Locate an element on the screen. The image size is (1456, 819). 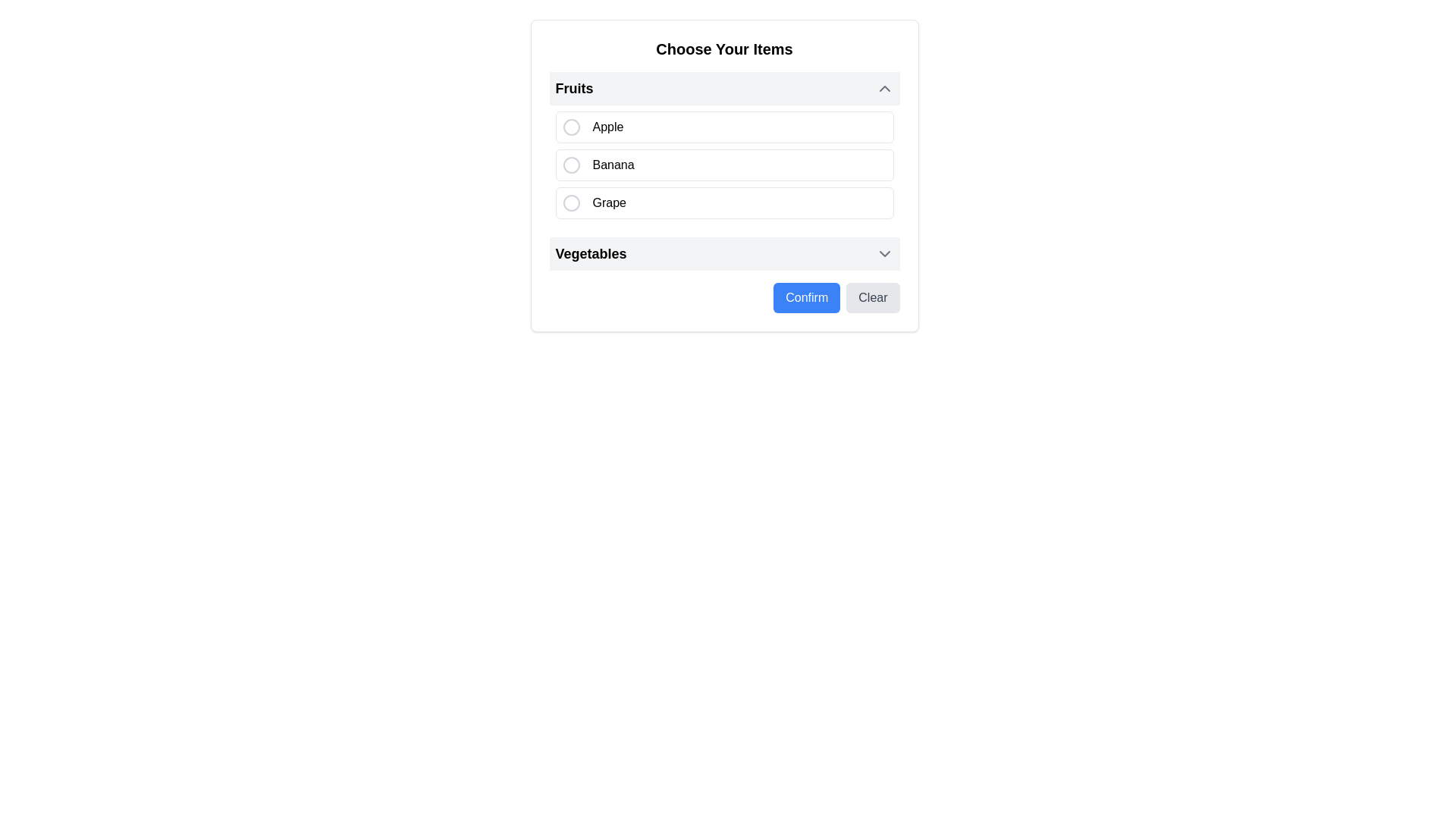
the static text label that indicates the option to select 'Apple' next to the associated radio button in the Fruits selection menu is located at coordinates (607, 127).